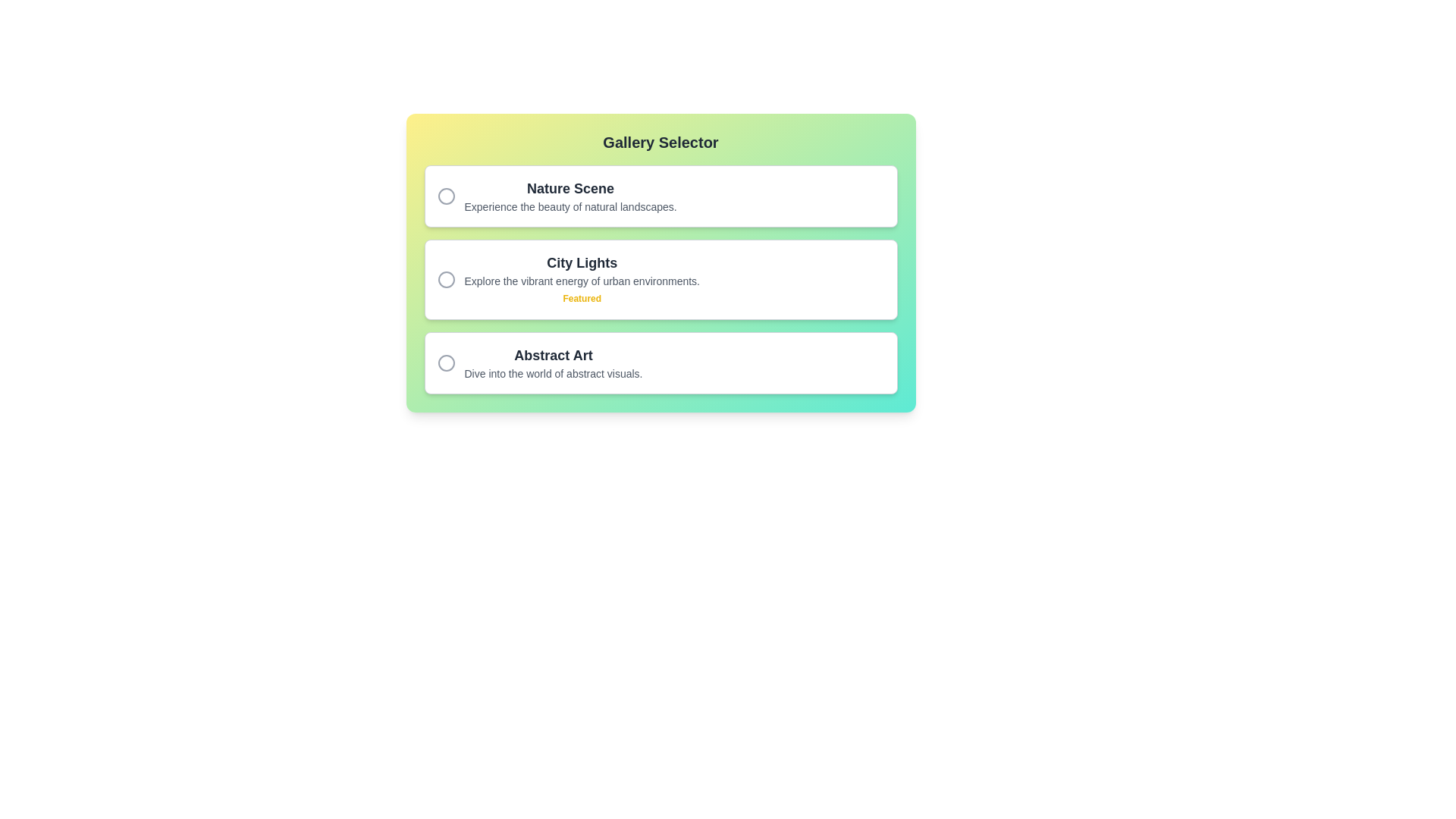 This screenshot has width=1456, height=819. What do you see at coordinates (445, 362) in the screenshot?
I see `the radio button for the 'Abstract Art' option` at bounding box center [445, 362].